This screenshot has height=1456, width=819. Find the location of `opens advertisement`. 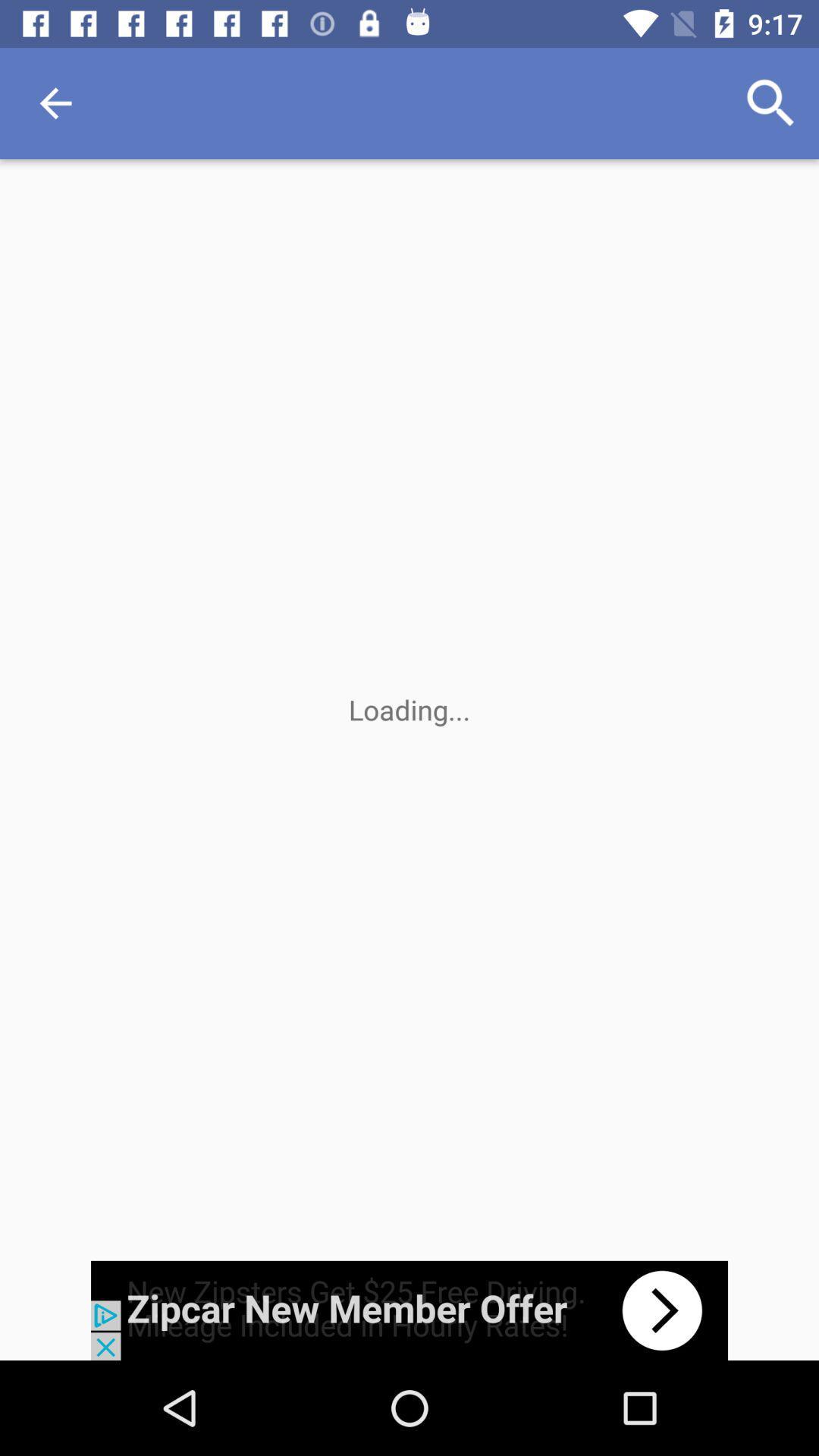

opens advertisement is located at coordinates (409, 1310).